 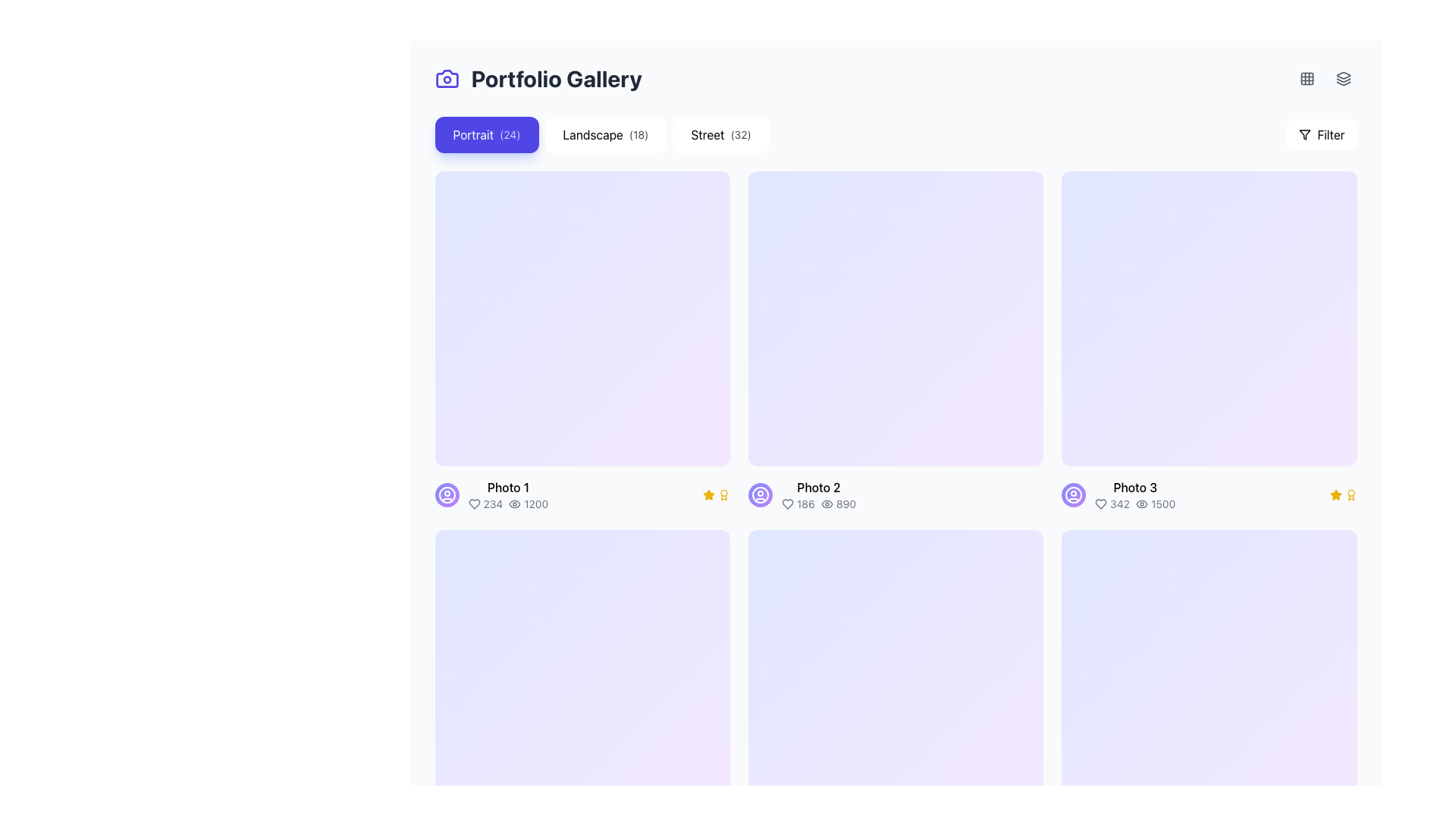 What do you see at coordinates (1306, 79) in the screenshot?
I see `the toggle display button located in the top-right corner of the interface` at bounding box center [1306, 79].